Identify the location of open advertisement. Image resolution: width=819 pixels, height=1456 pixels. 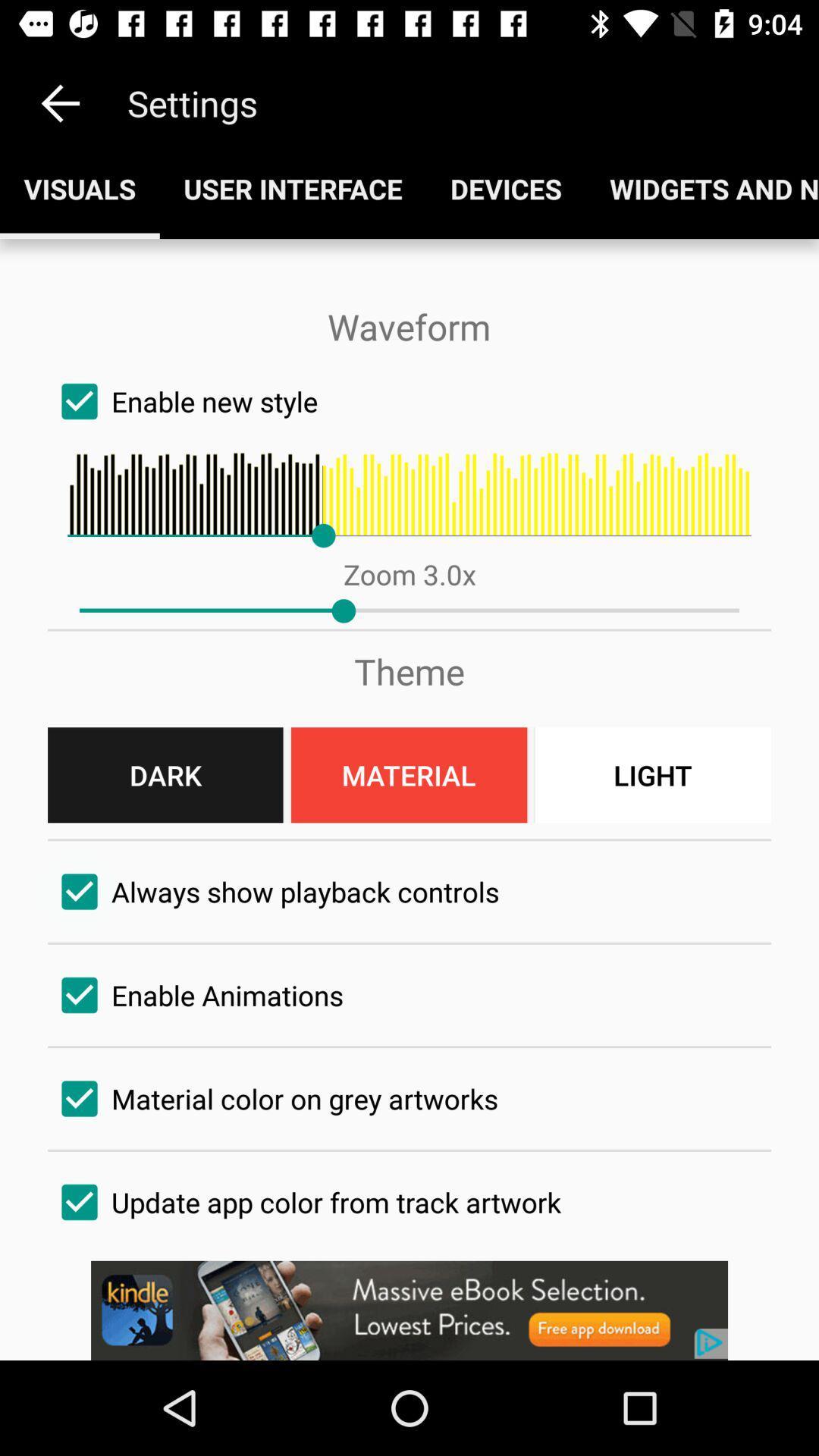
(409, 1310).